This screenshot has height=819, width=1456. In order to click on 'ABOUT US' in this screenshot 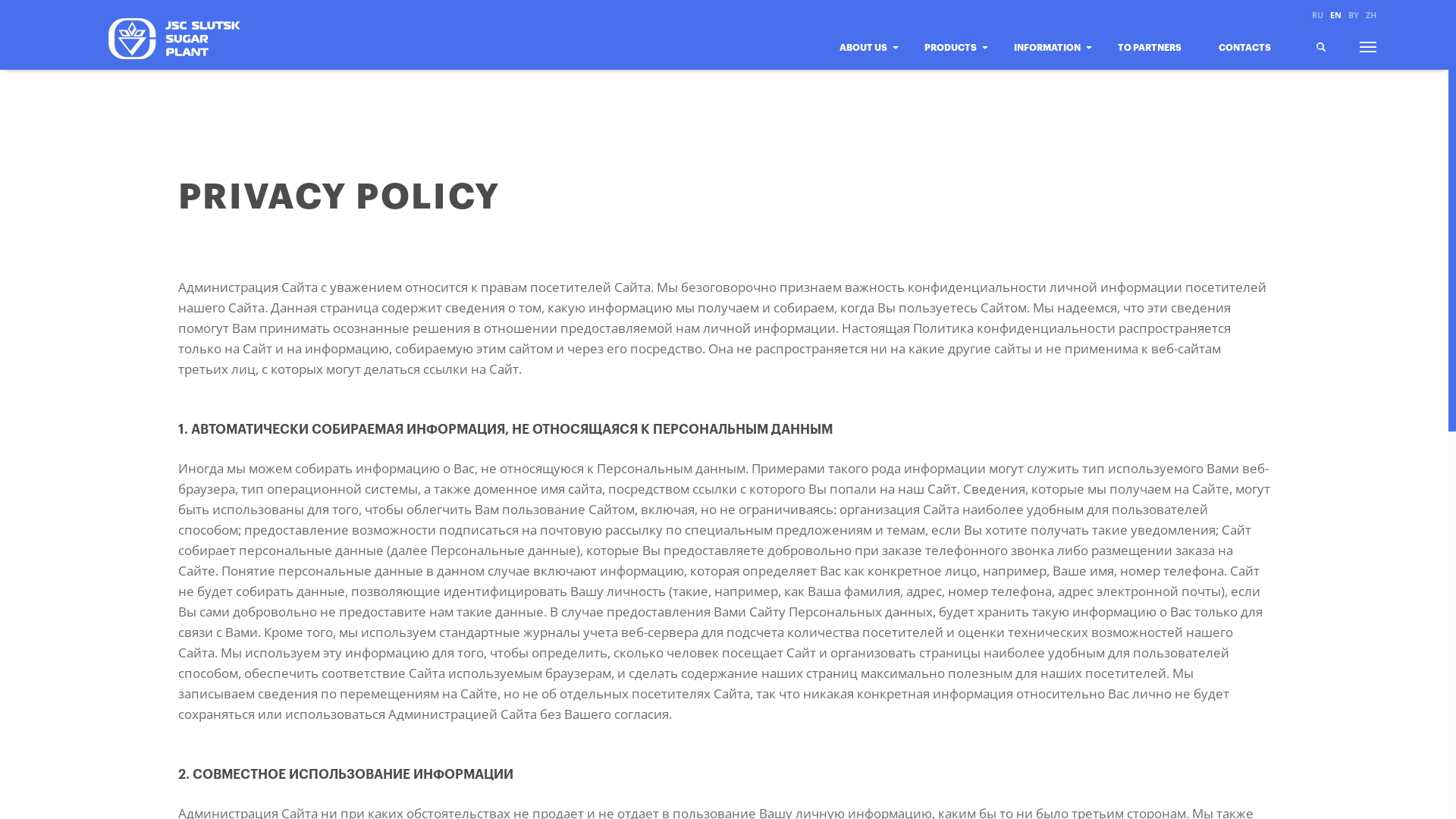, I will do `click(868, 60)`.